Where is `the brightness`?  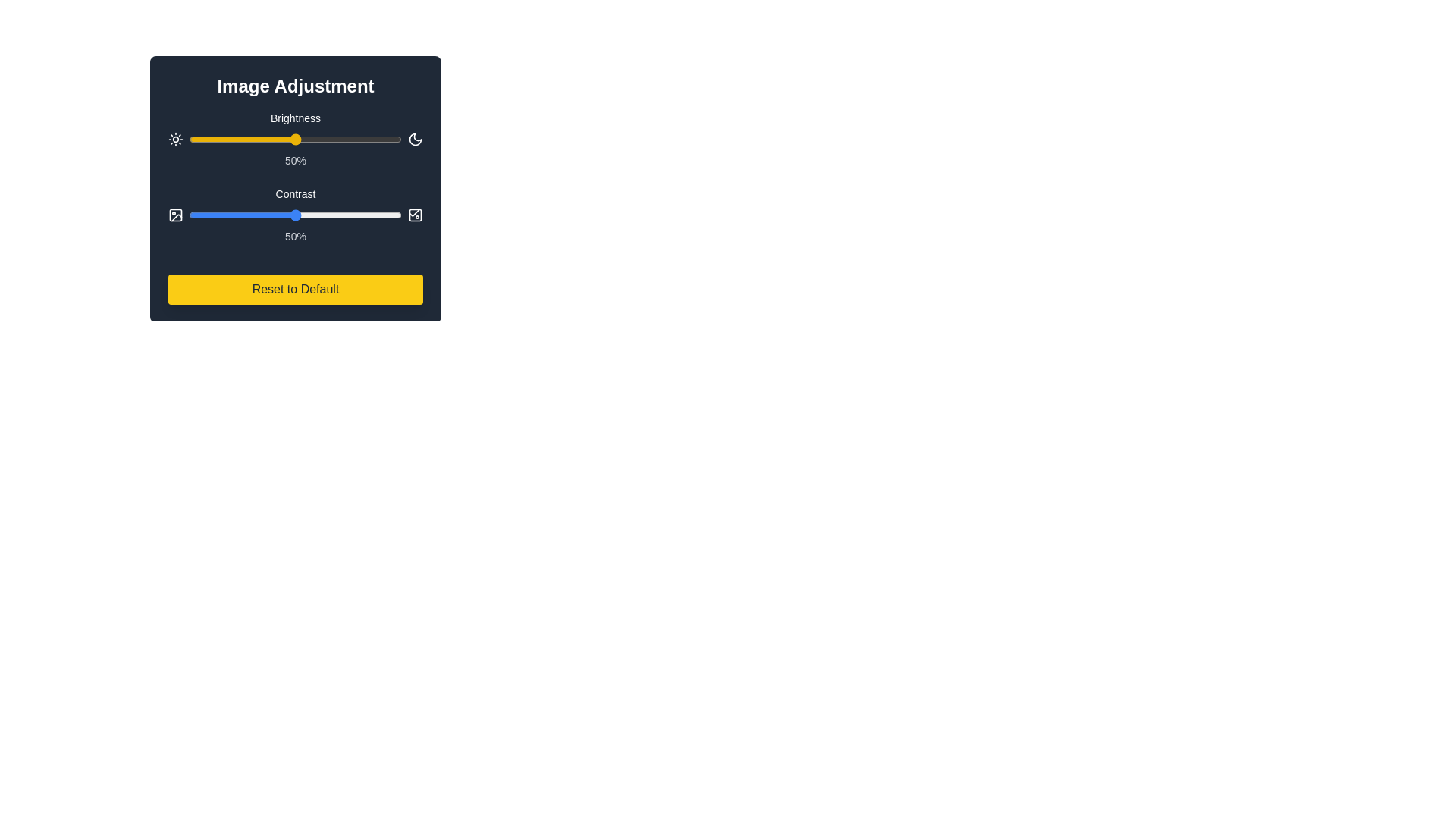 the brightness is located at coordinates (354, 140).